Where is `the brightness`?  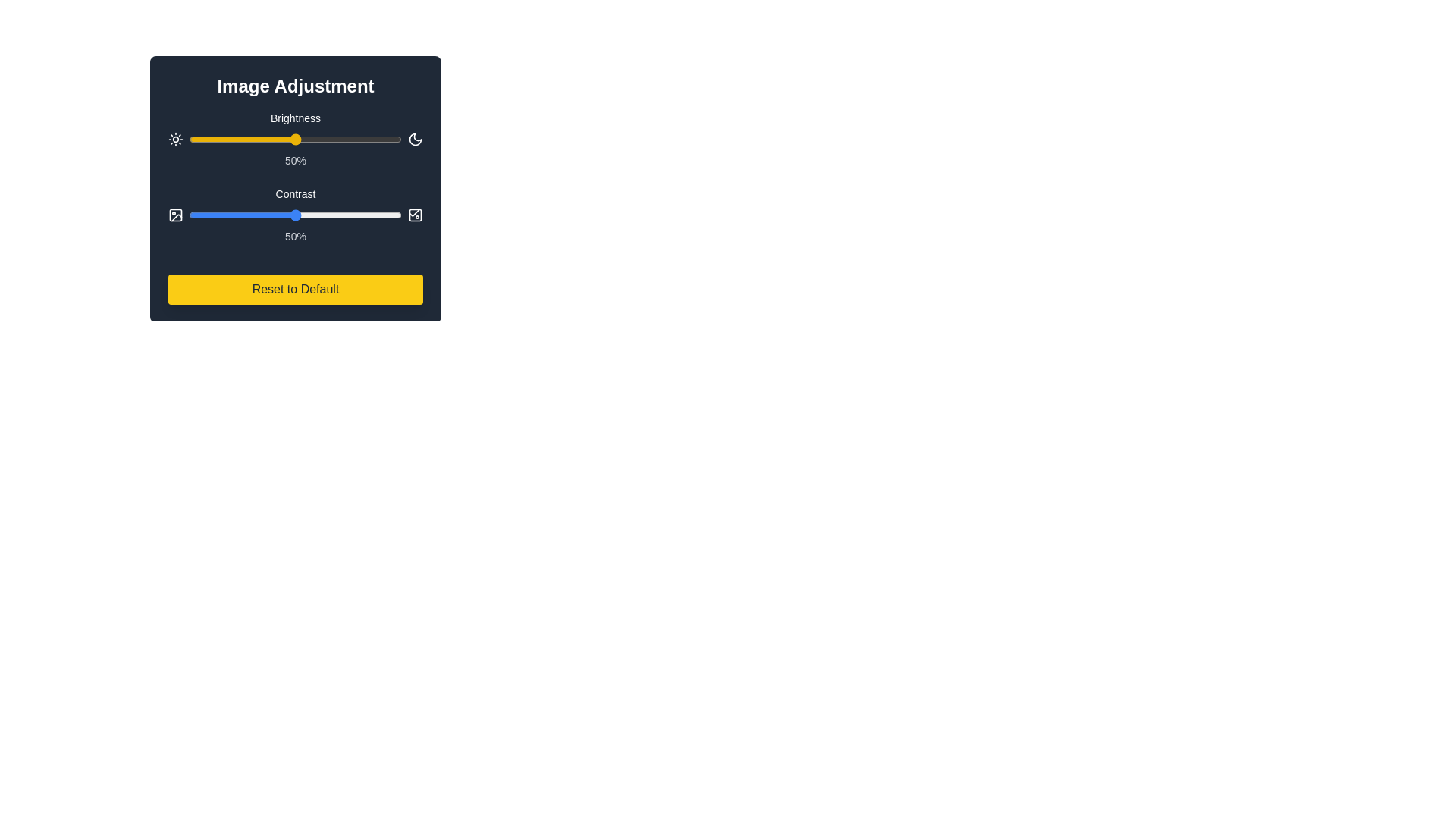 the brightness is located at coordinates (354, 140).